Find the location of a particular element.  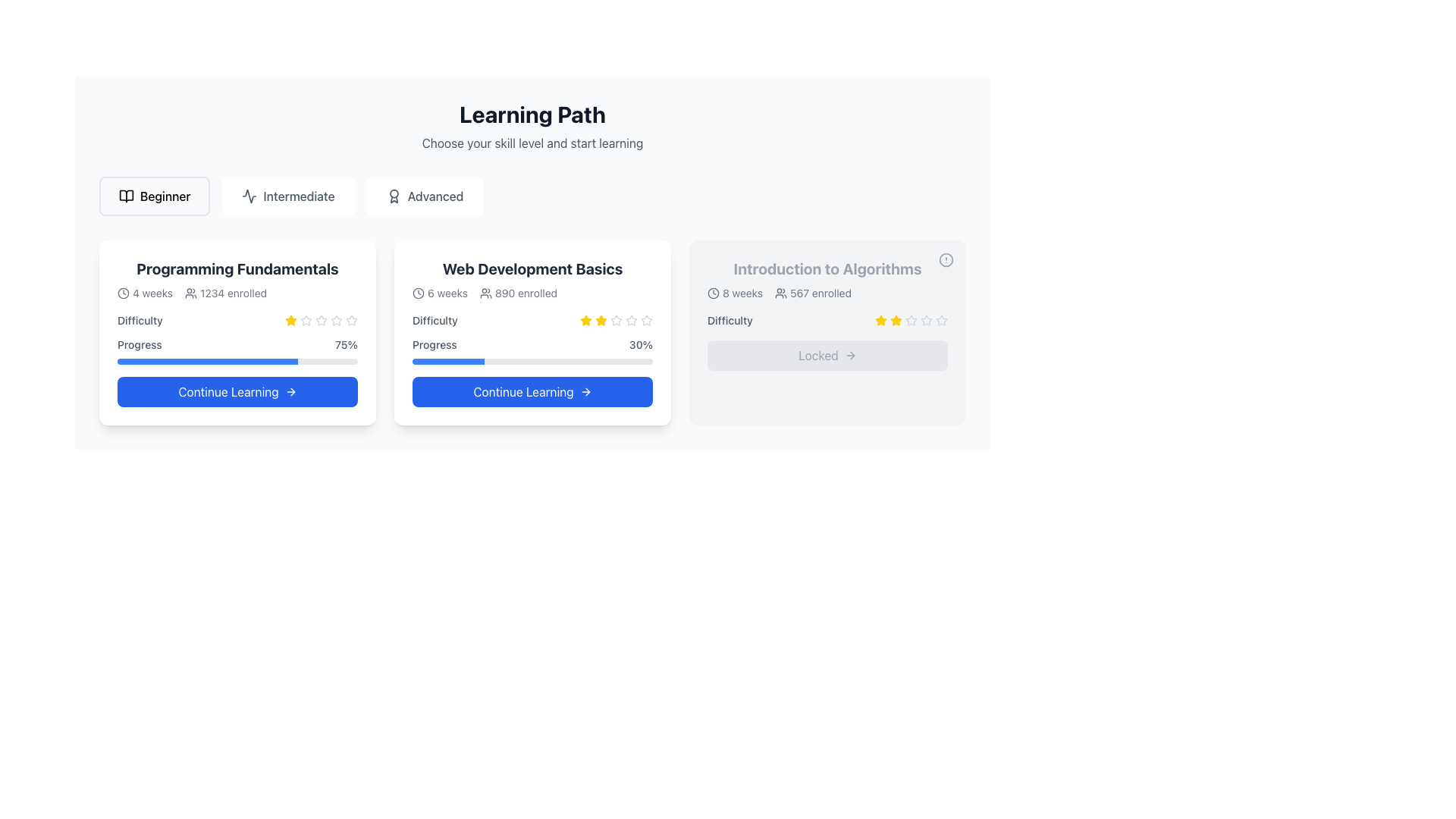

the alert icon represented by a circular warning symbol located at the top-right corner of the 'Introduction to Algorithms' course card is located at coordinates (946, 259).